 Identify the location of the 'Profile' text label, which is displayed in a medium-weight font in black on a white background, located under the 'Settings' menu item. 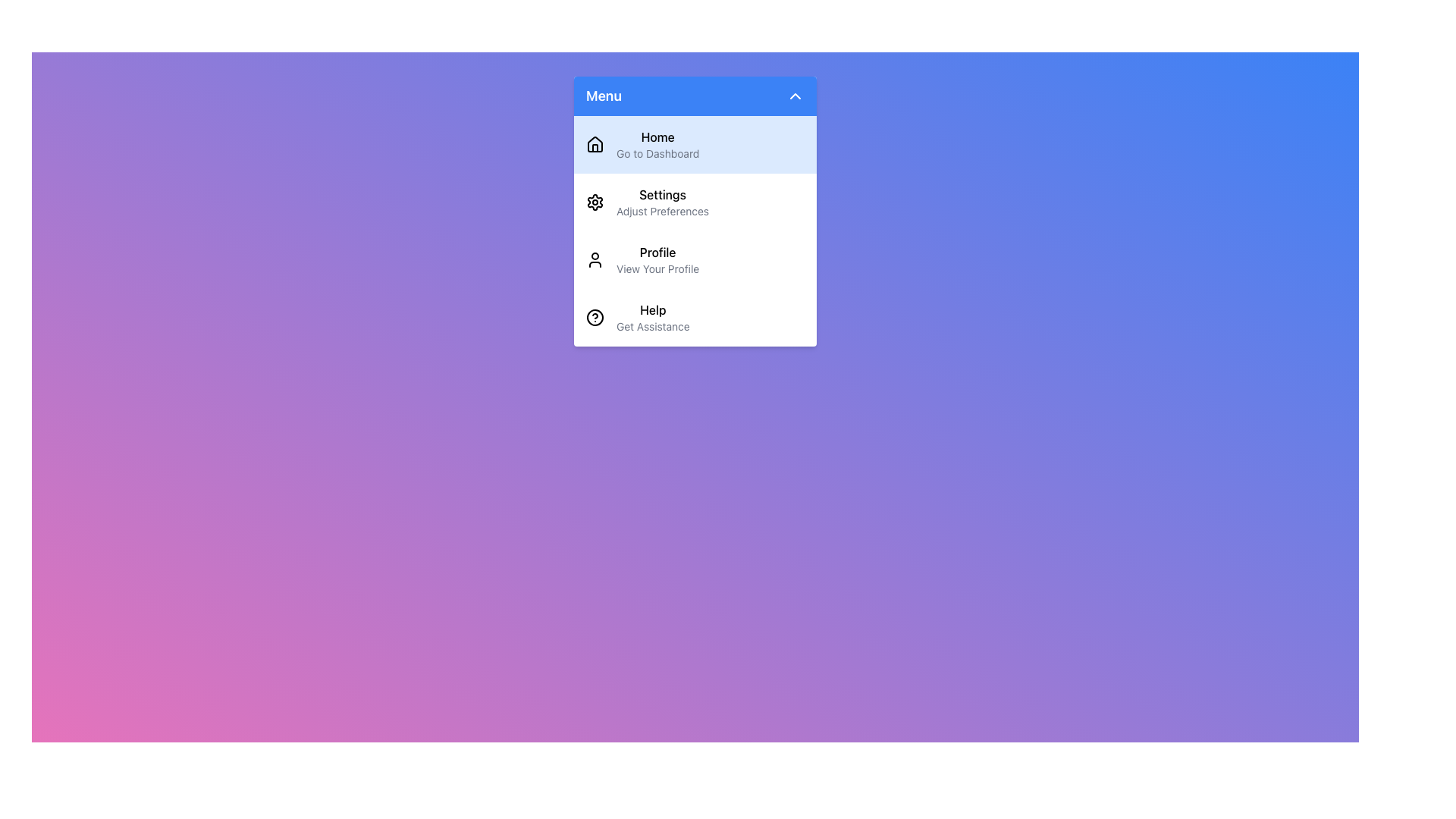
(657, 251).